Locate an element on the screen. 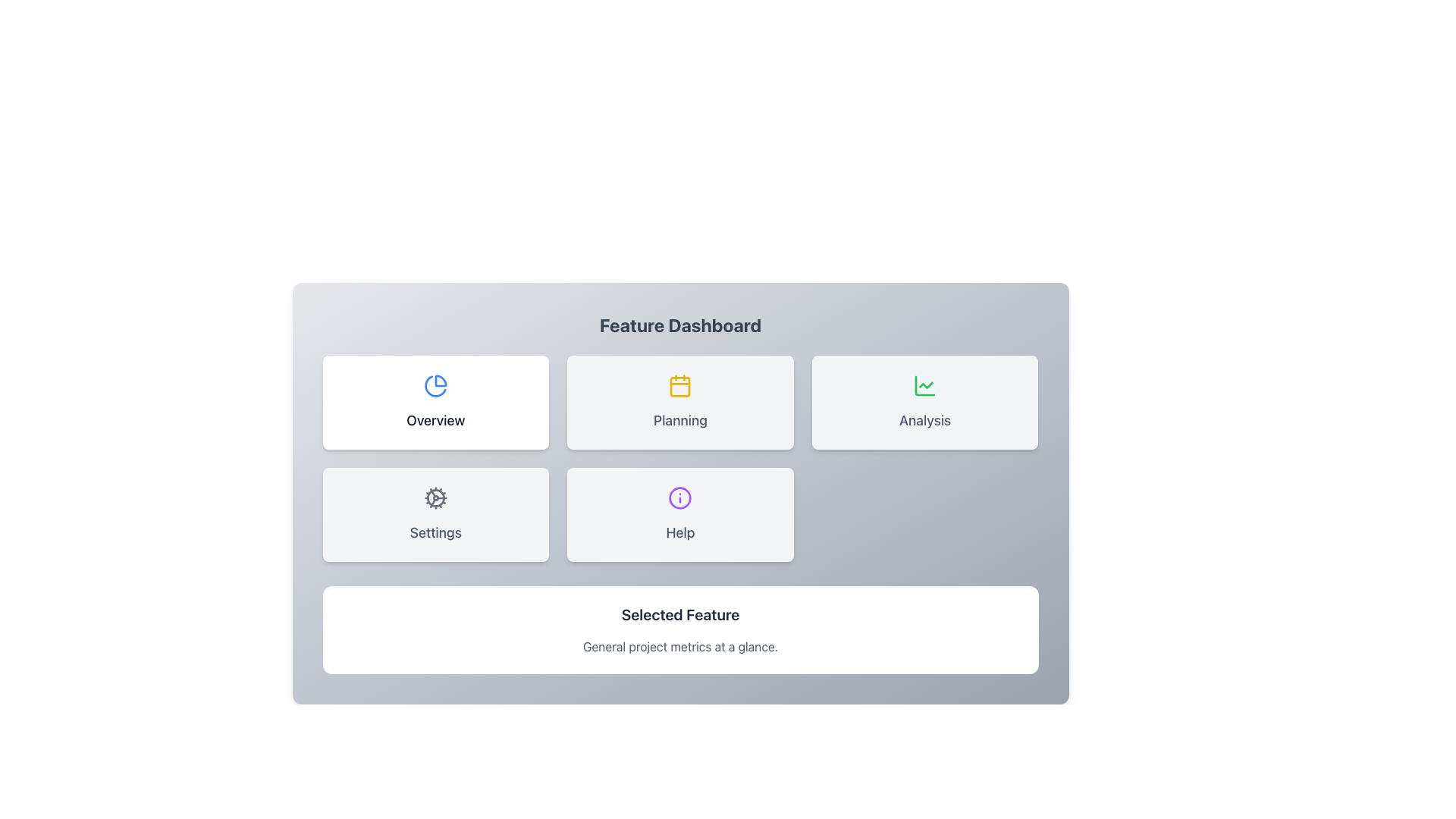 The width and height of the screenshot is (1456, 819). the Decorative Icon located in the 'Help' interactive box, positioned at the bottom-middle section of the interface to provide guidance or additional information is located at coordinates (679, 497).